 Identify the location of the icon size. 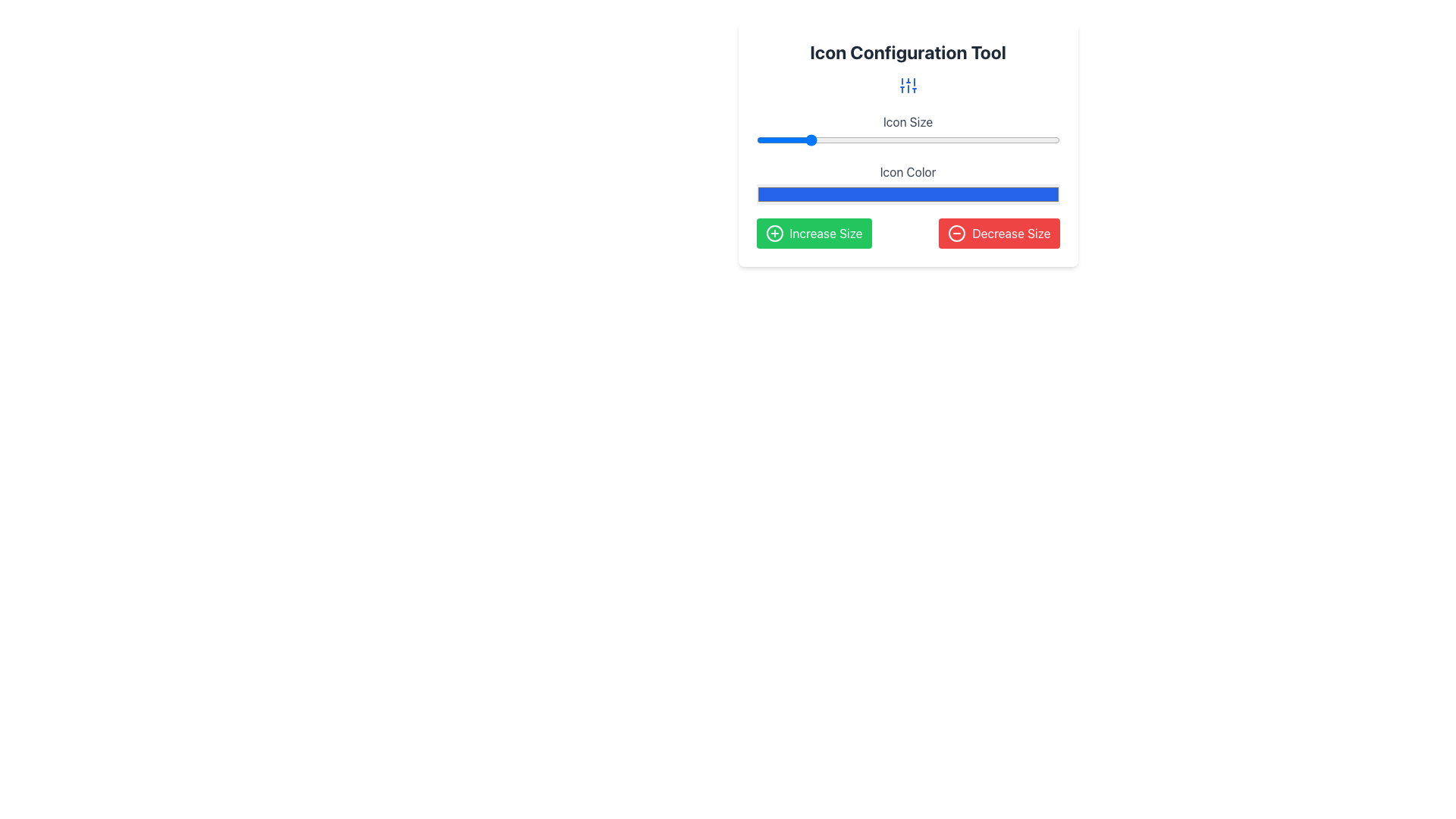
(844, 140).